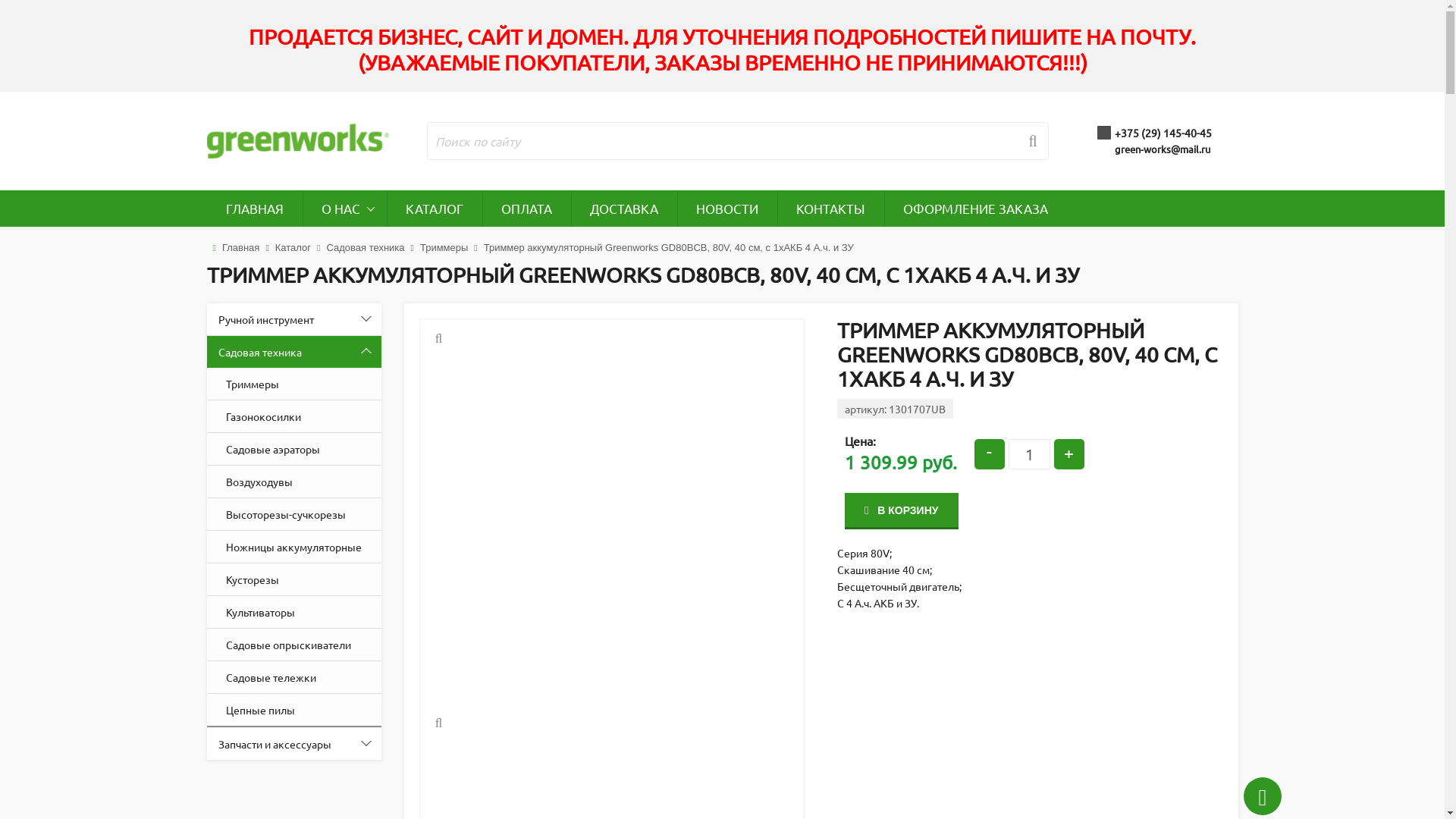  I want to click on '-', so click(990, 452).